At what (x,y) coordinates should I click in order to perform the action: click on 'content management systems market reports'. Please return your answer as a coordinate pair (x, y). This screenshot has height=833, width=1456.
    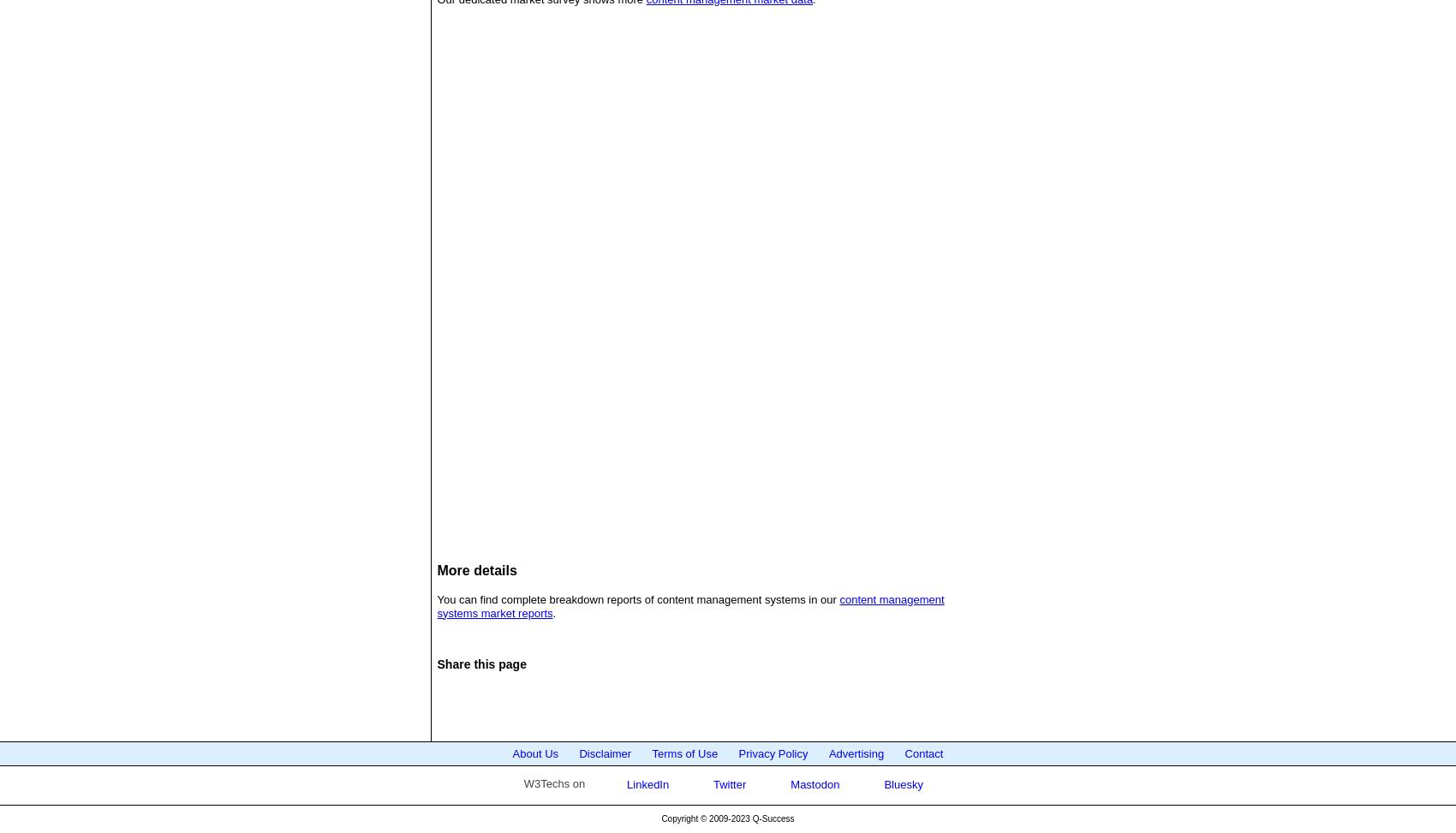
    Looking at the image, I should click on (689, 605).